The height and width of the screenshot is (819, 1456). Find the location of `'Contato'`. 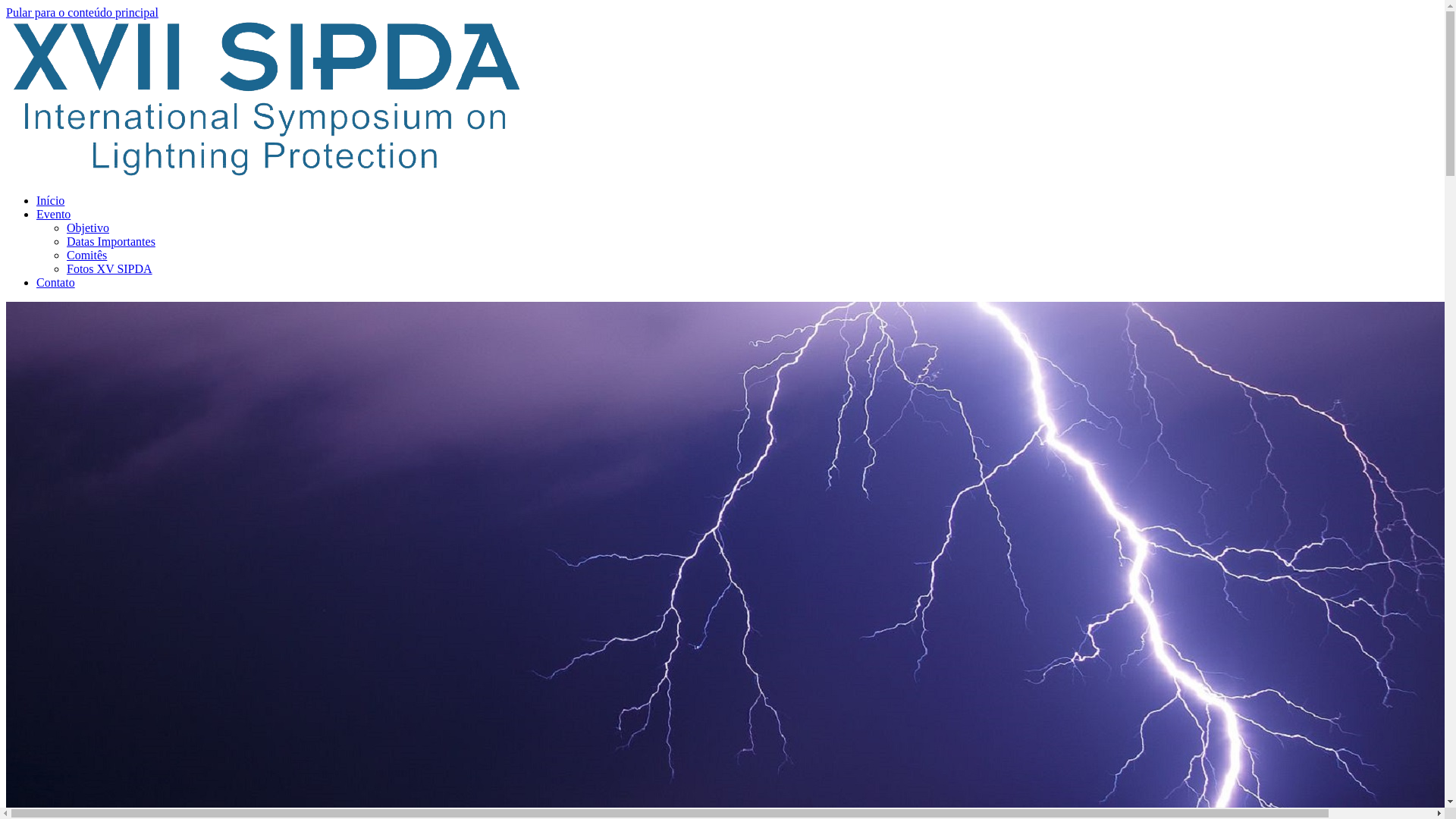

'Contato' is located at coordinates (55, 282).